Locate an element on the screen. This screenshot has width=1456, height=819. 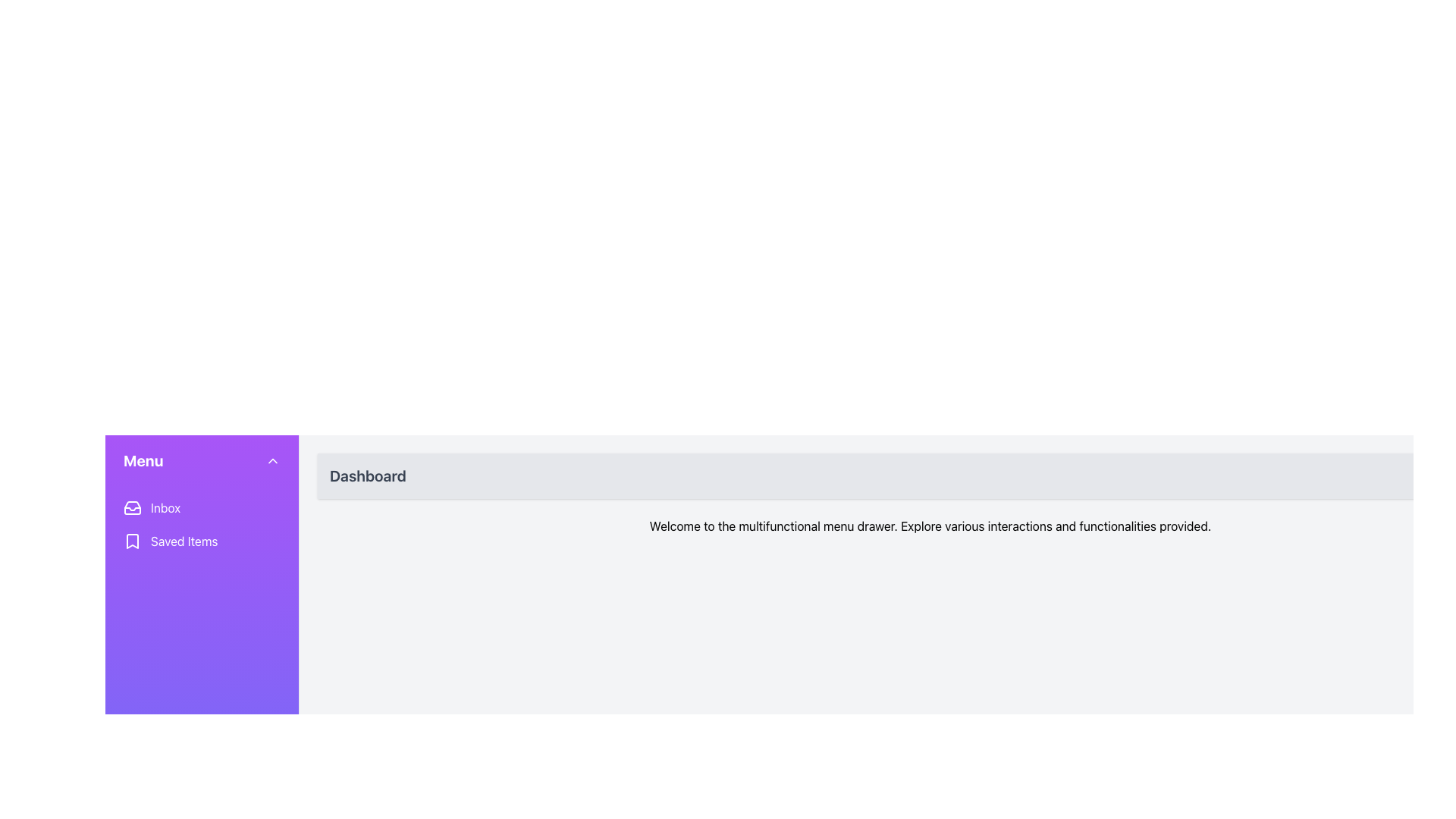
the Text Label that serves as a title or header for the current view, located at the top center of the main panel is located at coordinates (368, 475).